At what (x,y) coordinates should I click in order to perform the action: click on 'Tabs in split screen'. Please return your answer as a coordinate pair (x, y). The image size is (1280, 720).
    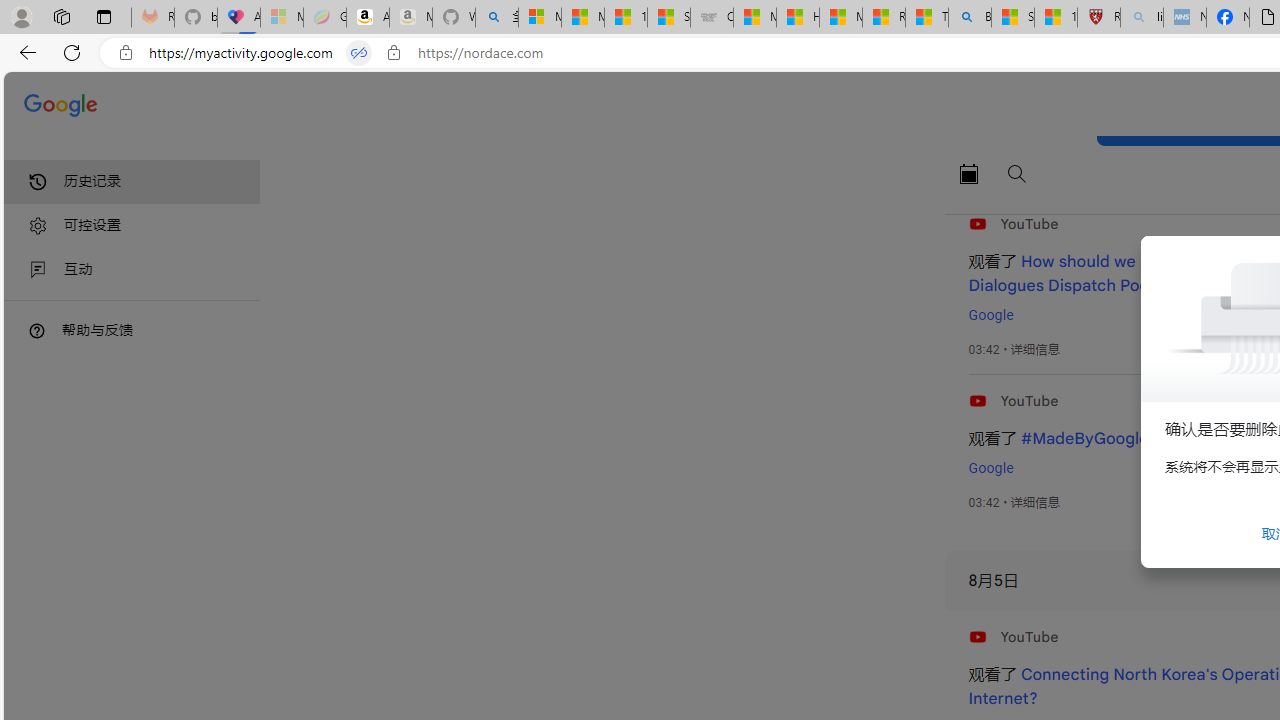
    Looking at the image, I should click on (359, 52).